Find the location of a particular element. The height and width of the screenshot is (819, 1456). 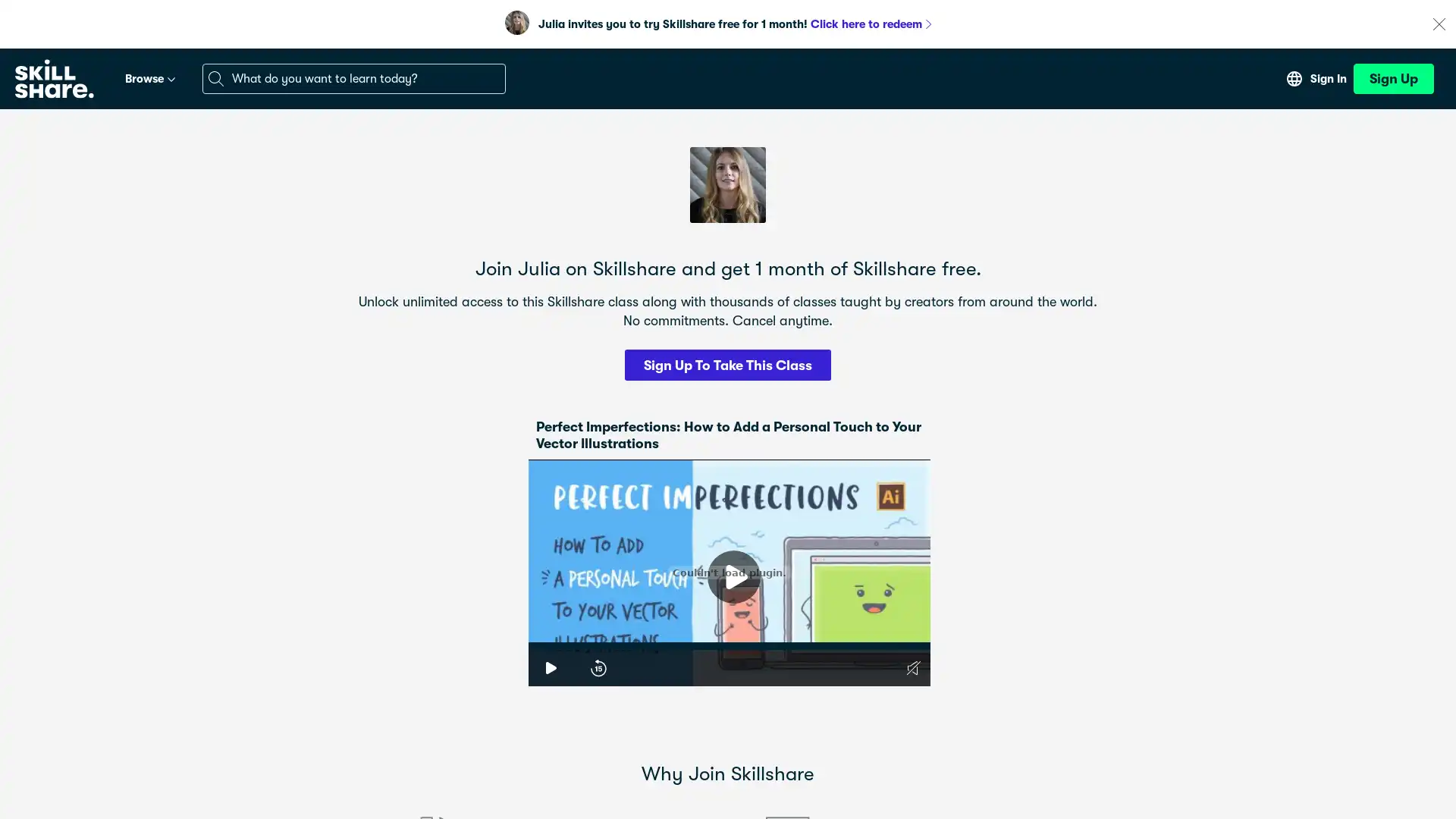

Play Video is located at coordinates (734, 576).